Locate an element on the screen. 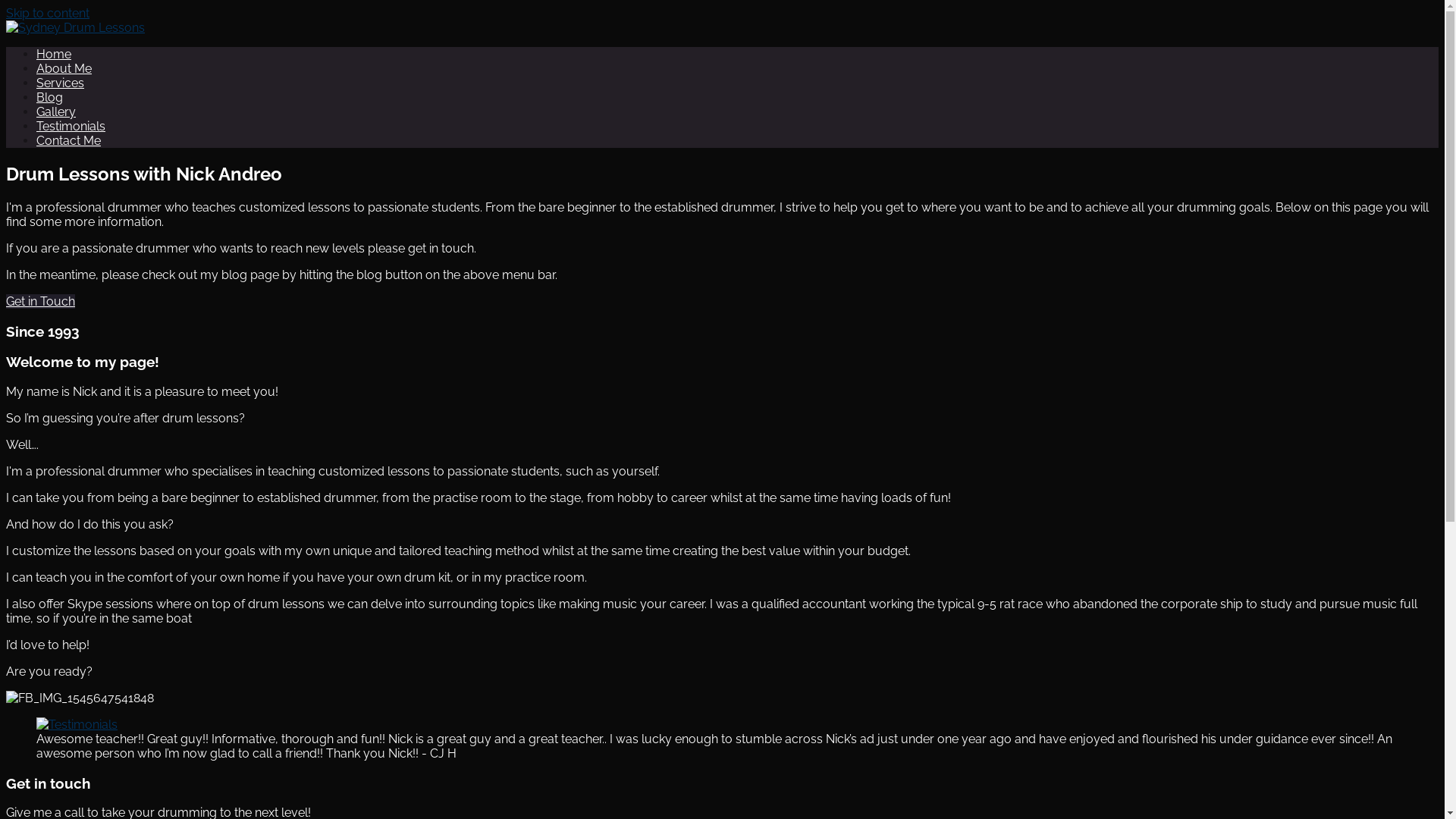  'Sydney Drum Lessons' is located at coordinates (130, 66).